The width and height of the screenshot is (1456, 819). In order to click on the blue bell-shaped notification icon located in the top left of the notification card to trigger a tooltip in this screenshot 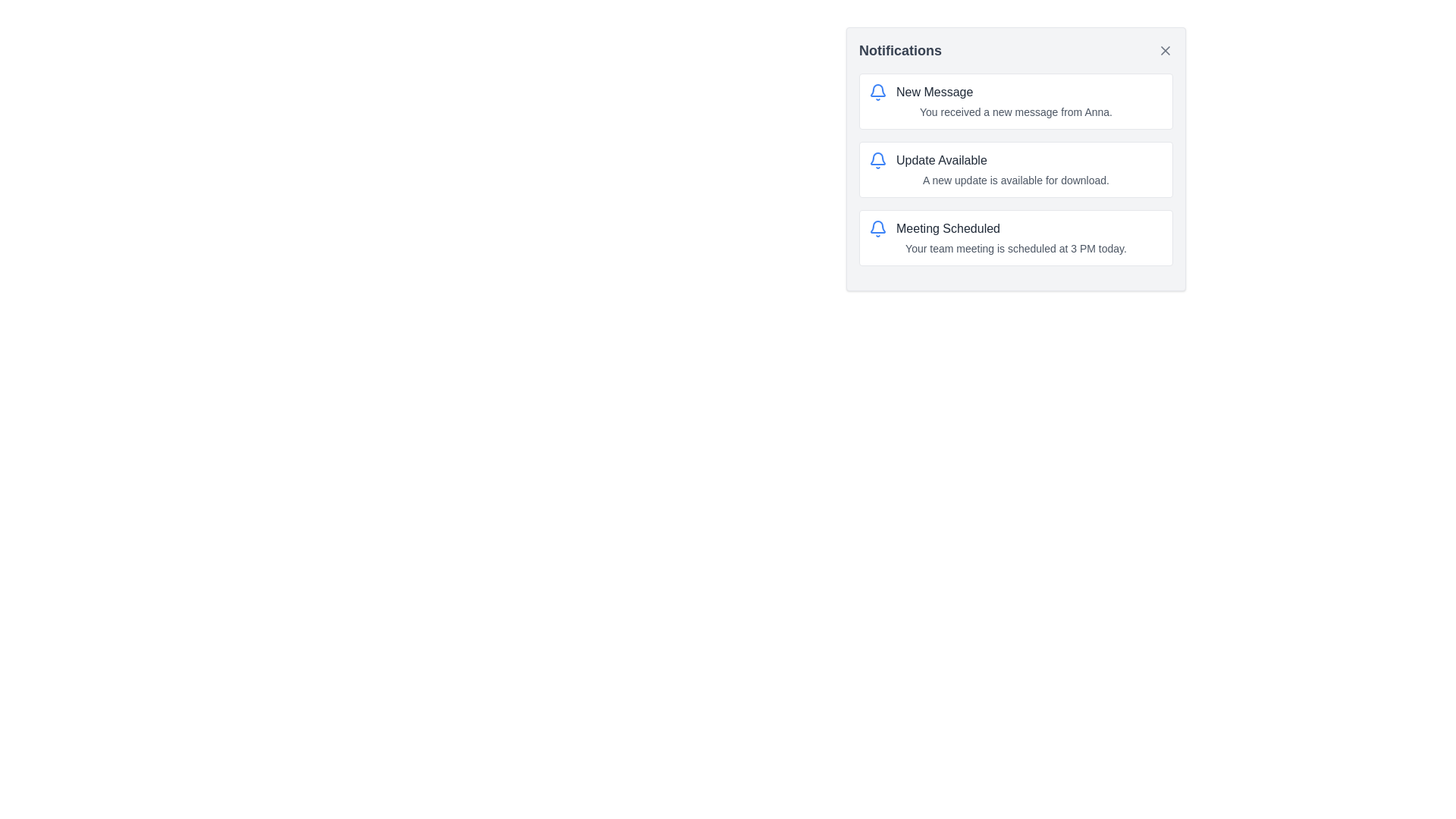, I will do `click(877, 228)`.